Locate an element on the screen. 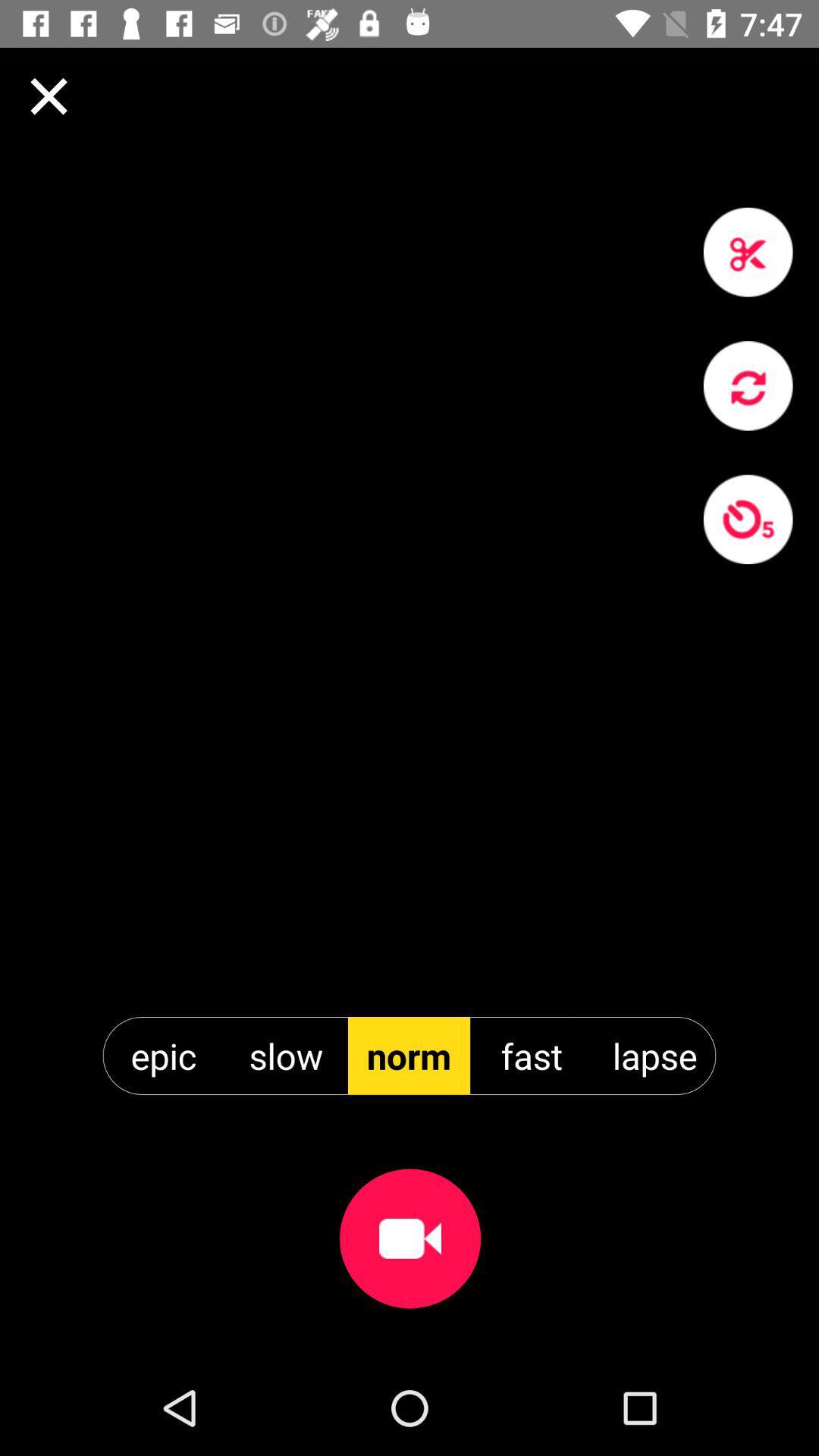  the refresh icon is located at coordinates (747, 385).